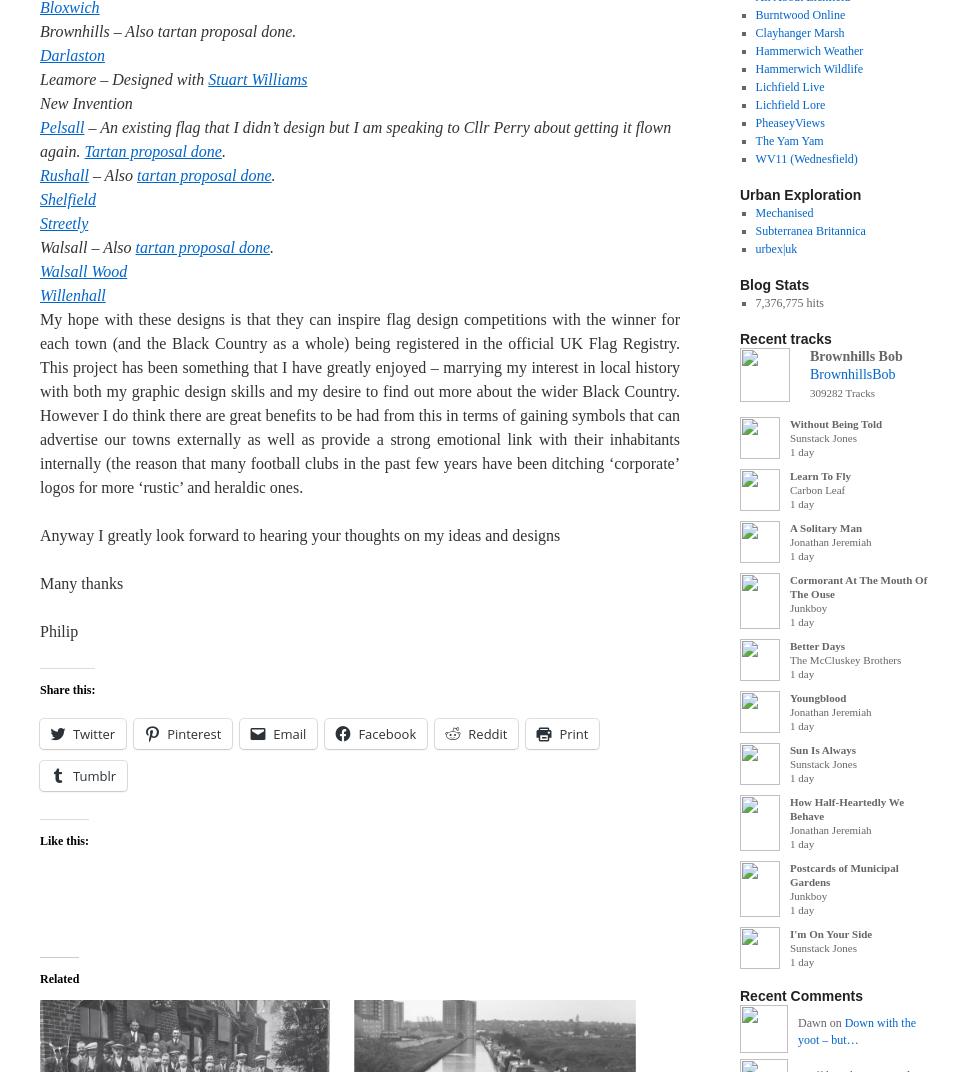 This screenshot has height=1072, width=980. I want to click on 'Leamore – Designed with', so click(123, 79).